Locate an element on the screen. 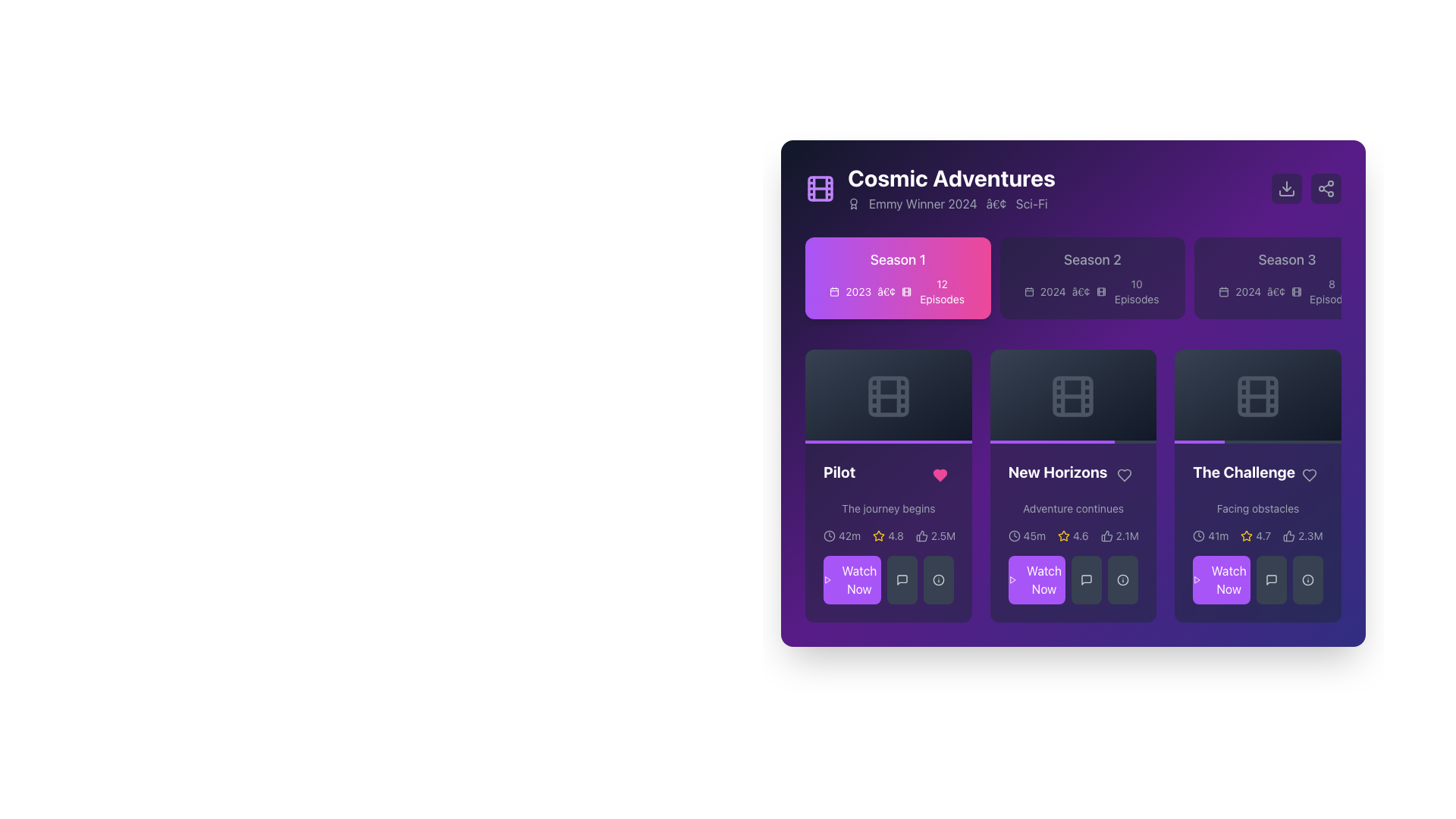 Image resolution: width=1456 pixels, height=819 pixels. the numeric statistic text label displaying the count related to the thumbs-up icon, located in the 'Pilot' card at the bottom section of the three-column layout is located at coordinates (942, 535).